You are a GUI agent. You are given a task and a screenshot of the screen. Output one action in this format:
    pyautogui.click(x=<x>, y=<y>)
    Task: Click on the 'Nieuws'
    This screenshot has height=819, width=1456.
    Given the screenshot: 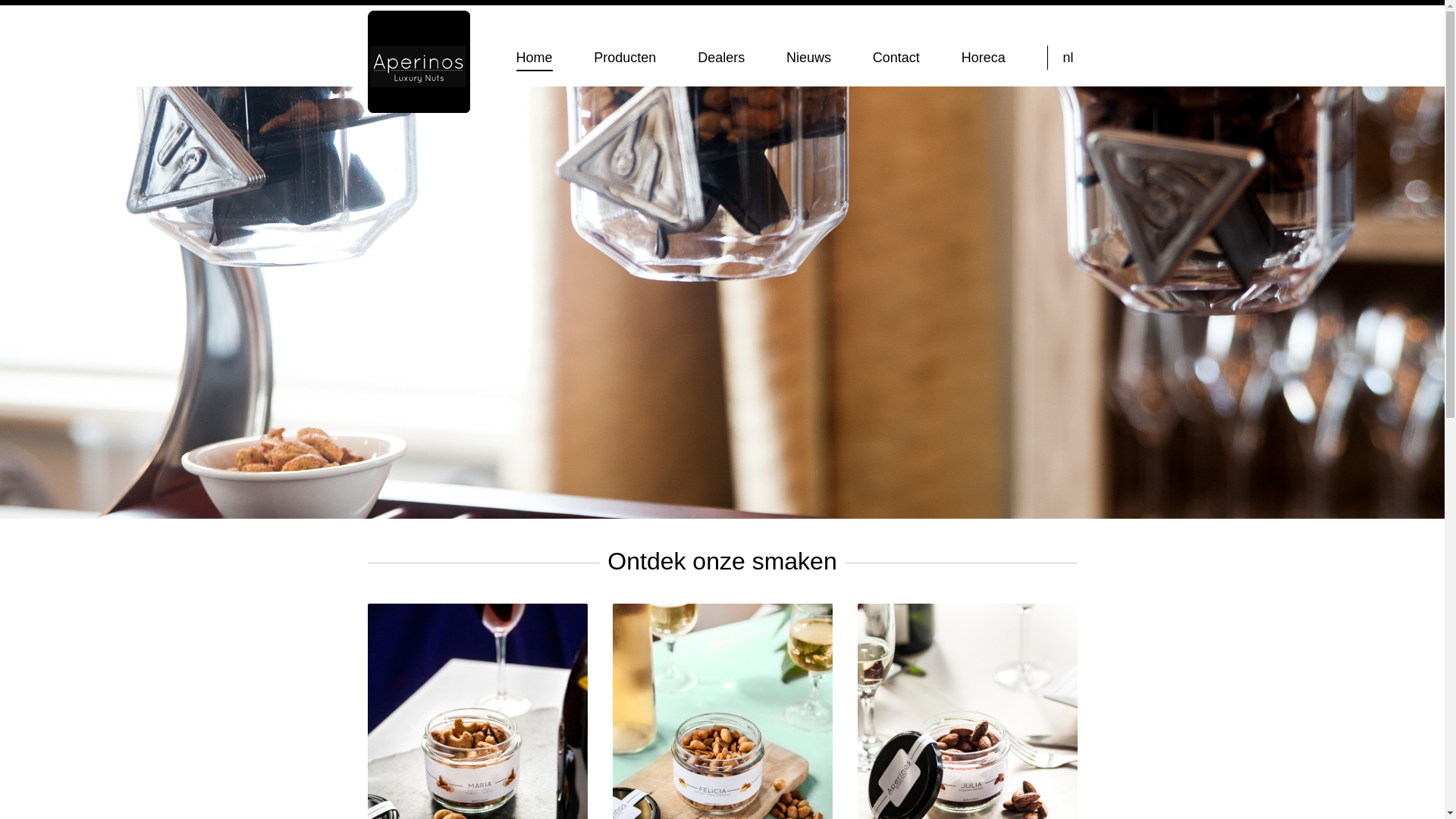 What is the action you would take?
    pyautogui.click(x=808, y=57)
    